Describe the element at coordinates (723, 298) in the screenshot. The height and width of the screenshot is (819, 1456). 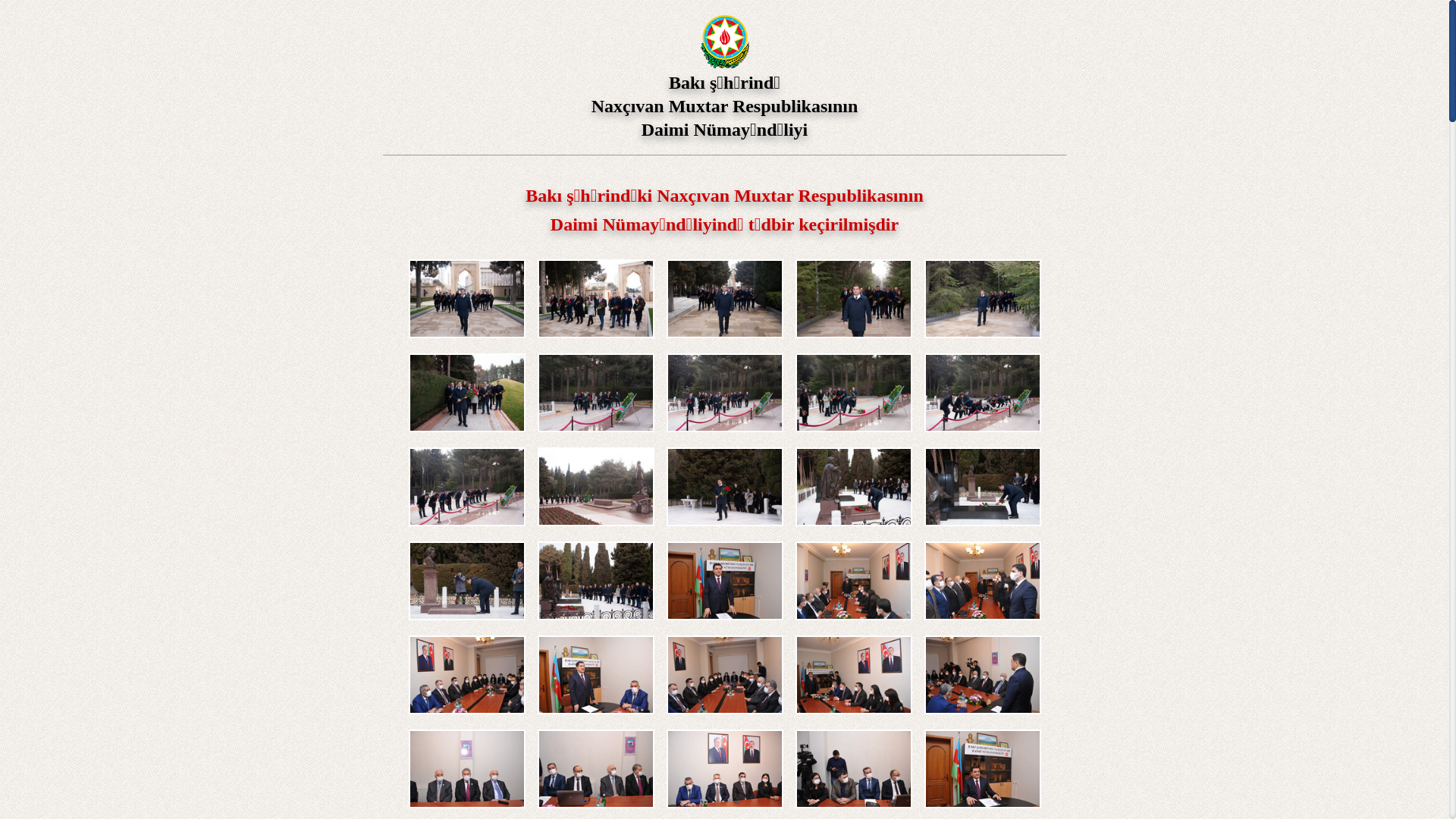
I see `'Click to enlarge'` at that location.